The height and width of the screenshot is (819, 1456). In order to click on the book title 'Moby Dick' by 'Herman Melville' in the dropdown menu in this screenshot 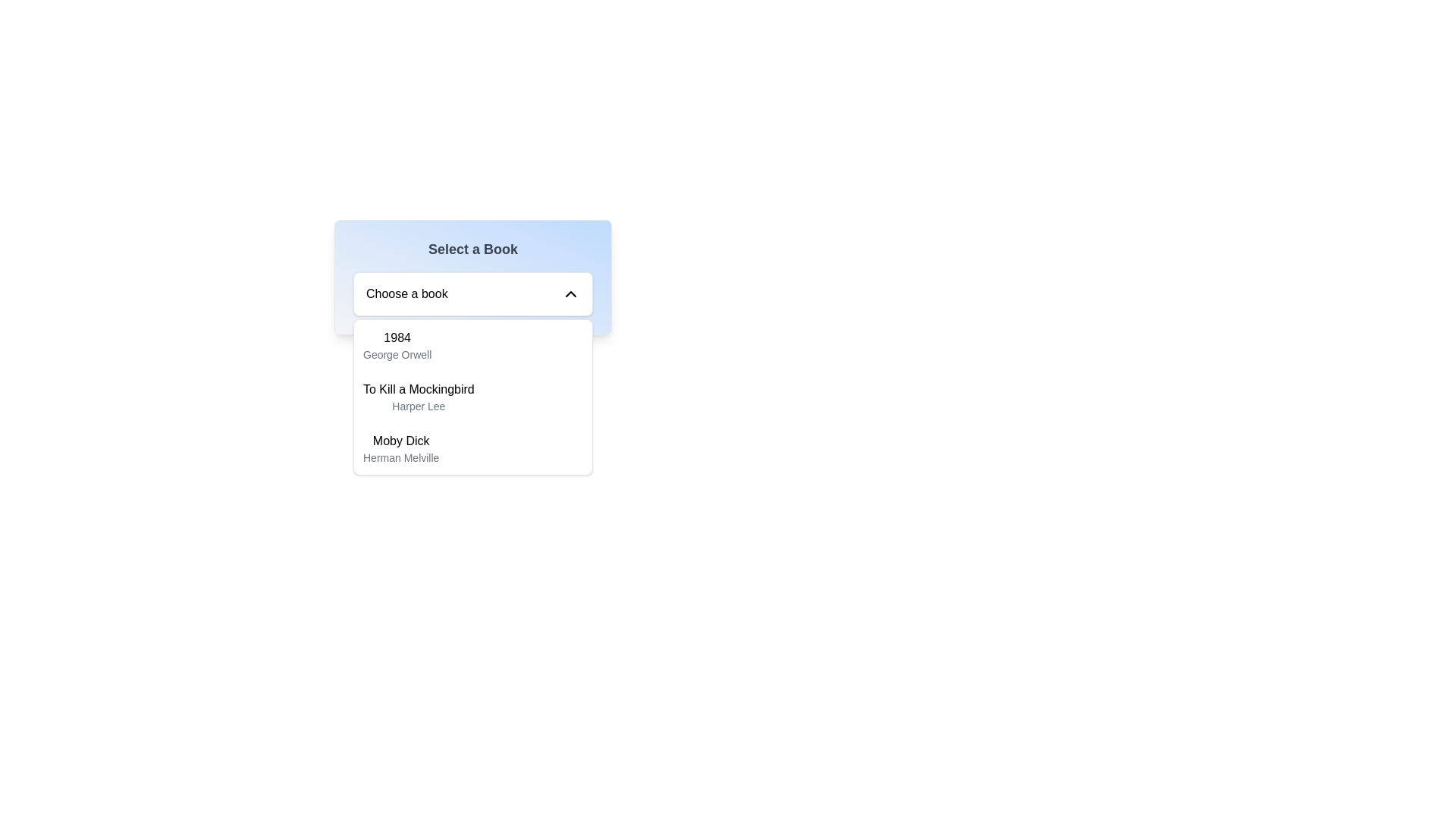, I will do `click(400, 447)`.